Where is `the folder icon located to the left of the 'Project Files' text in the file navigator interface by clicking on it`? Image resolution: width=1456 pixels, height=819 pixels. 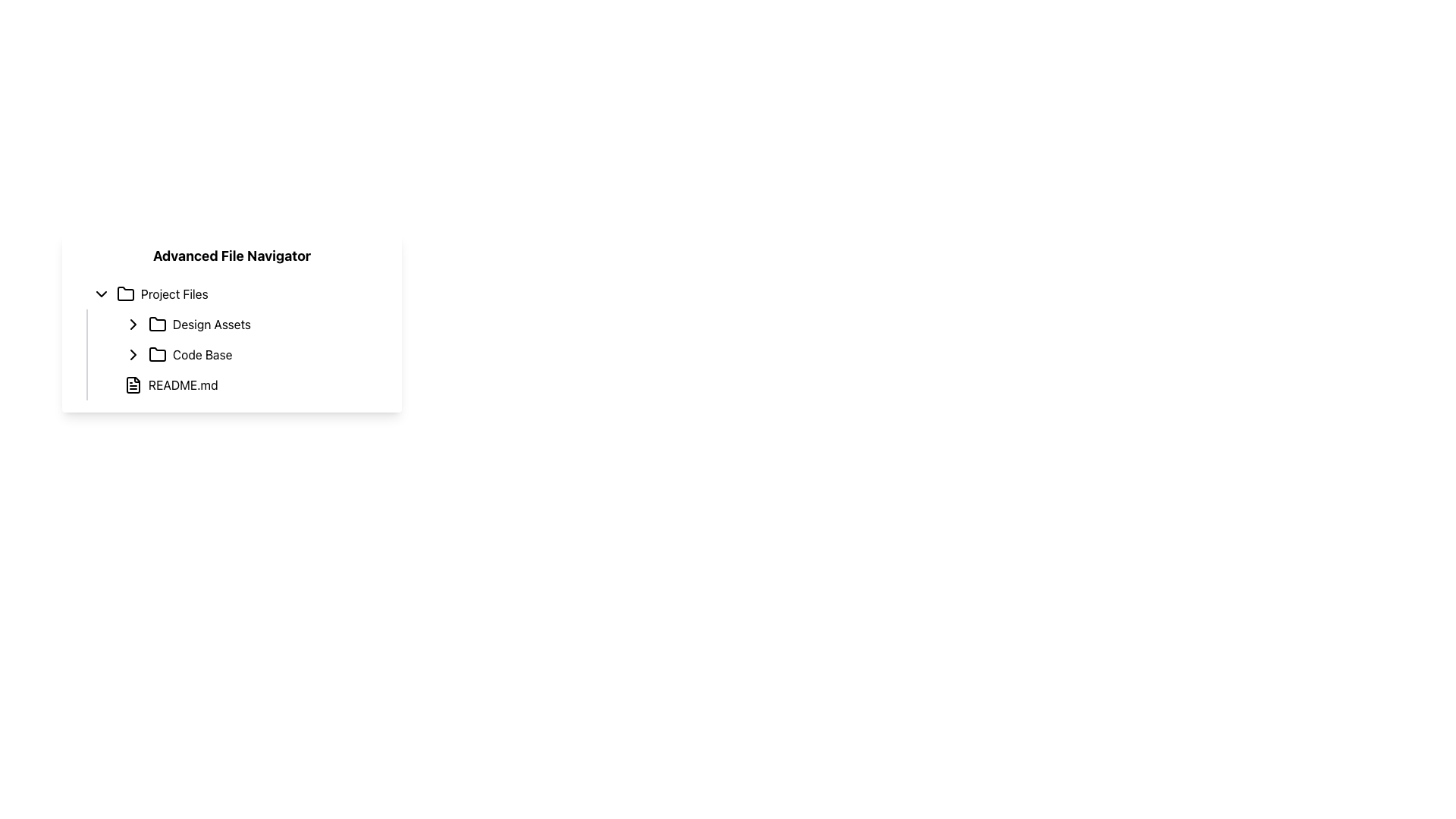 the folder icon located to the left of the 'Project Files' text in the file navigator interface by clicking on it is located at coordinates (126, 293).